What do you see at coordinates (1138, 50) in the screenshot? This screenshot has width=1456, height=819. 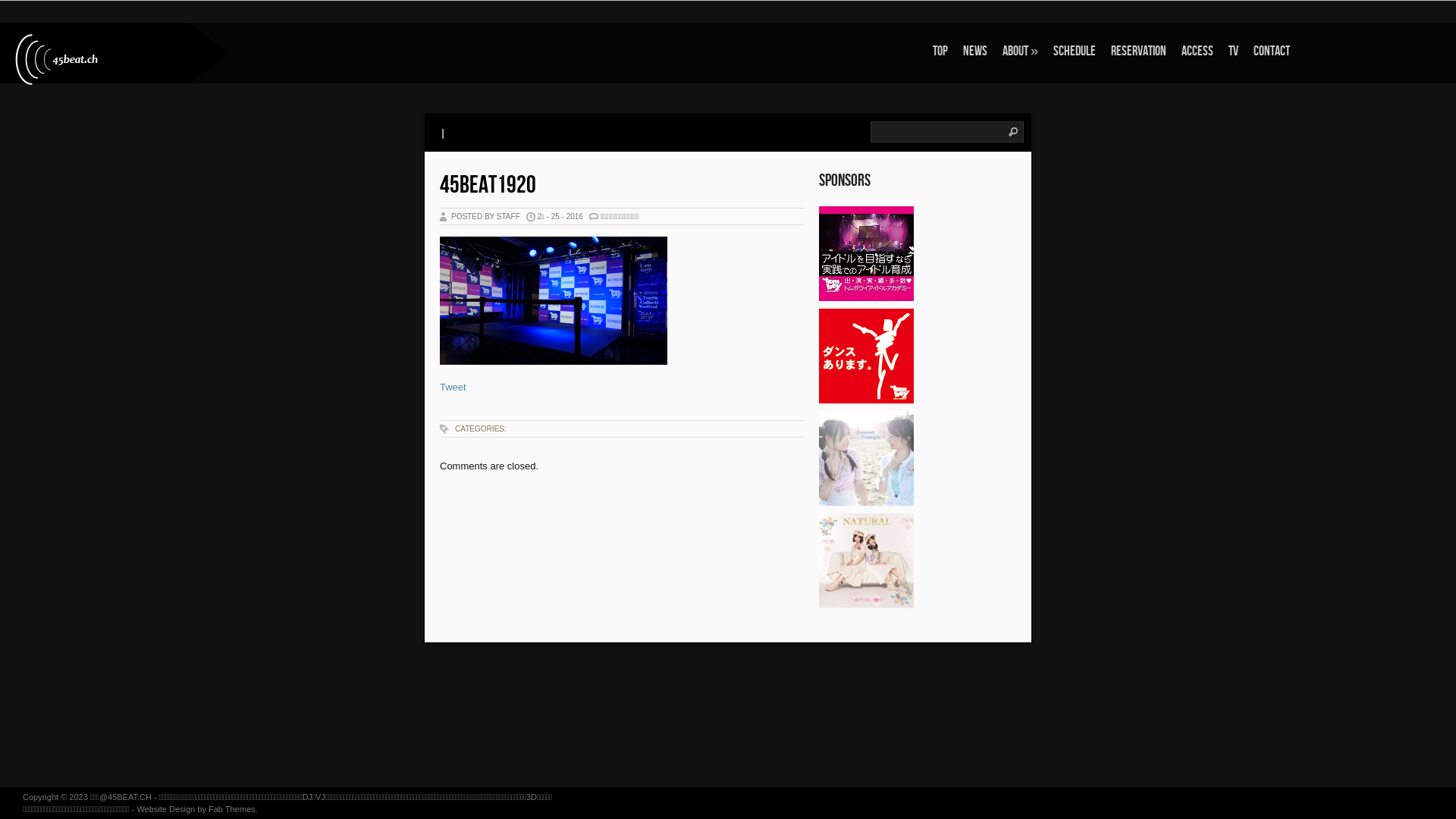 I see `'RESERVATION'` at bounding box center [1138, 50].